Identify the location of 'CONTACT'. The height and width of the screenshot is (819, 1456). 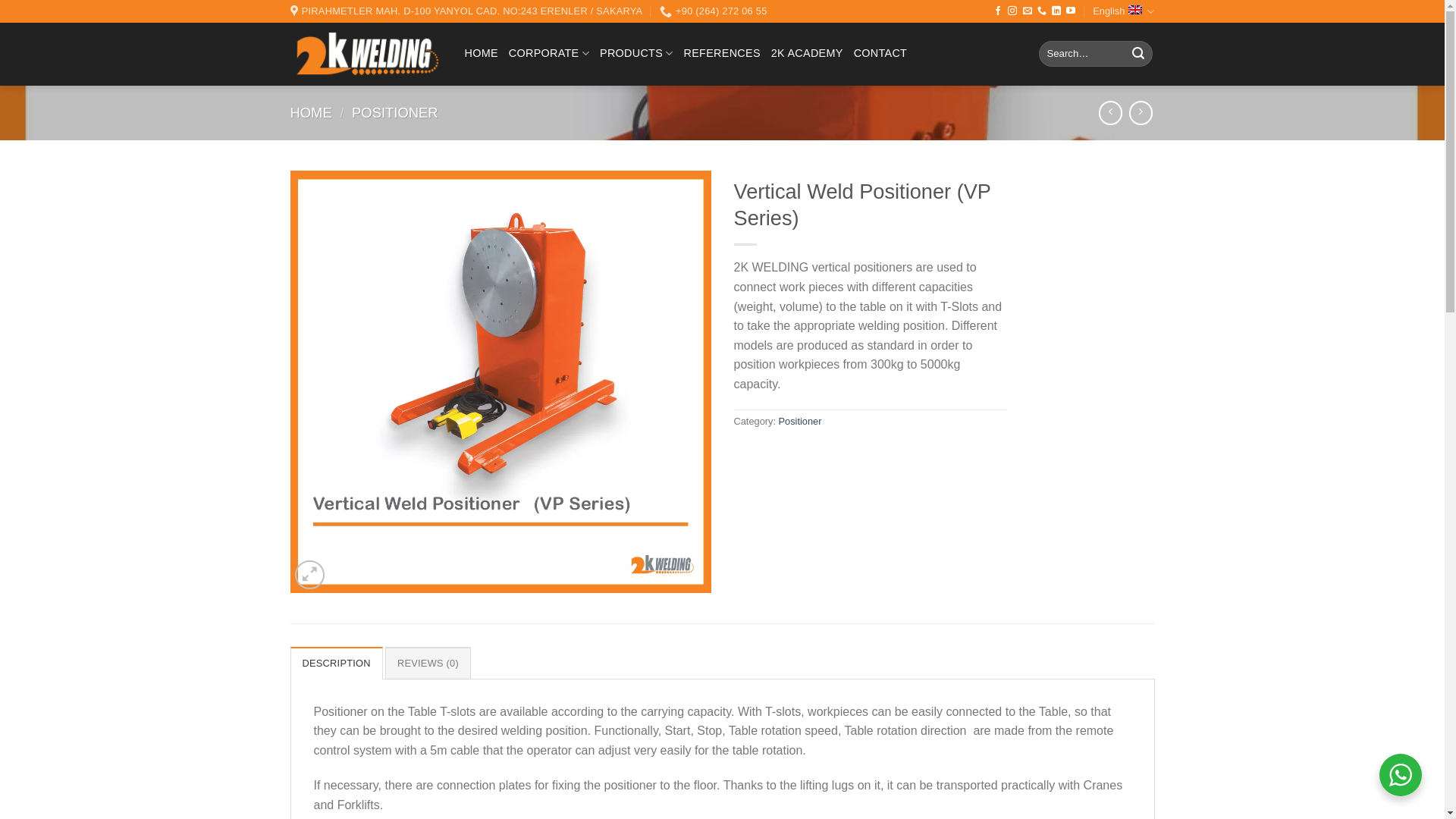
(854, 52).